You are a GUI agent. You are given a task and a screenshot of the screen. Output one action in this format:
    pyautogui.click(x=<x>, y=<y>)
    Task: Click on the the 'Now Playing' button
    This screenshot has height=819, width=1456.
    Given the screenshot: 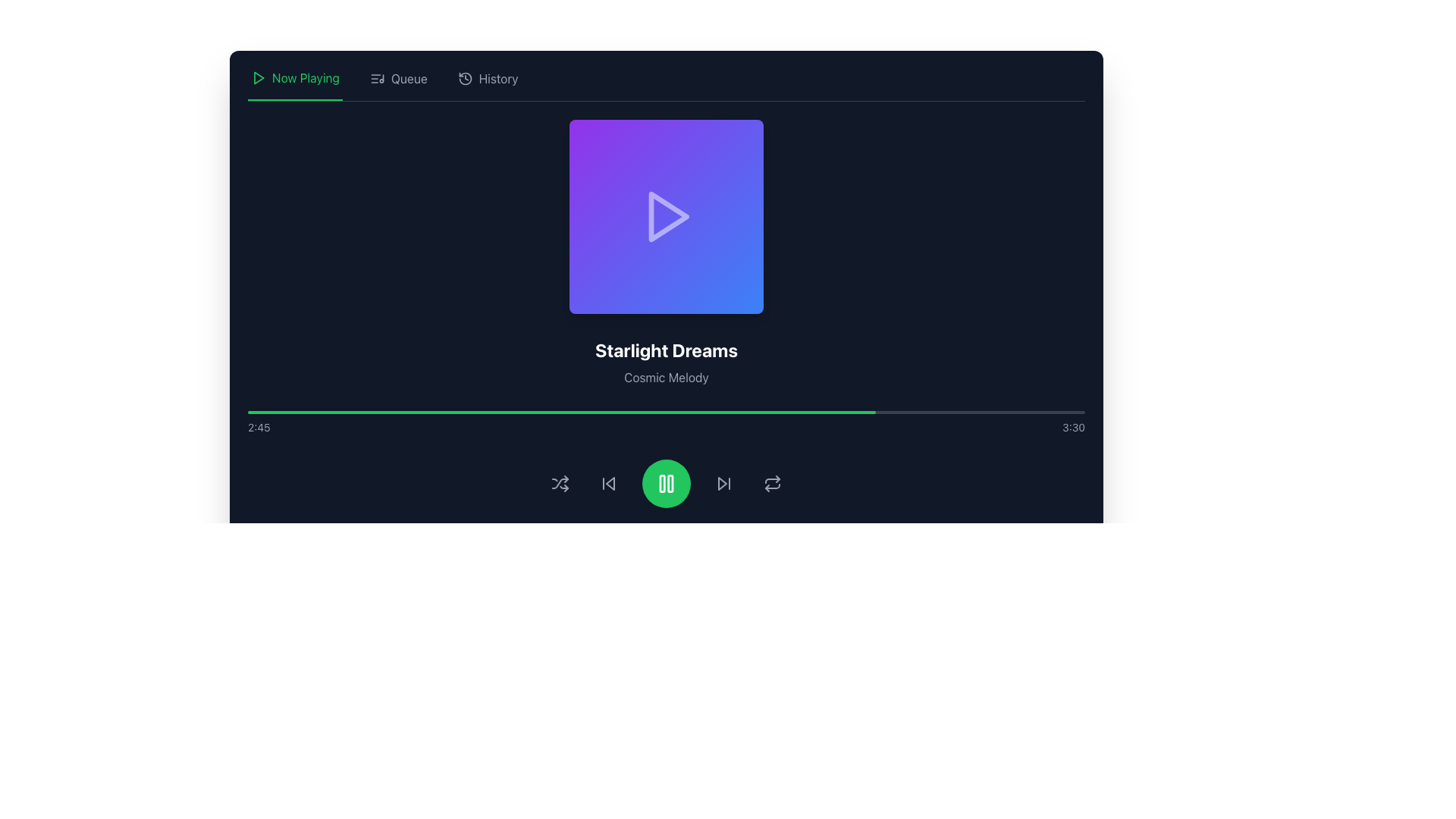 What is the action you would take?
    pyautogui.click(x=295, y=84)
    